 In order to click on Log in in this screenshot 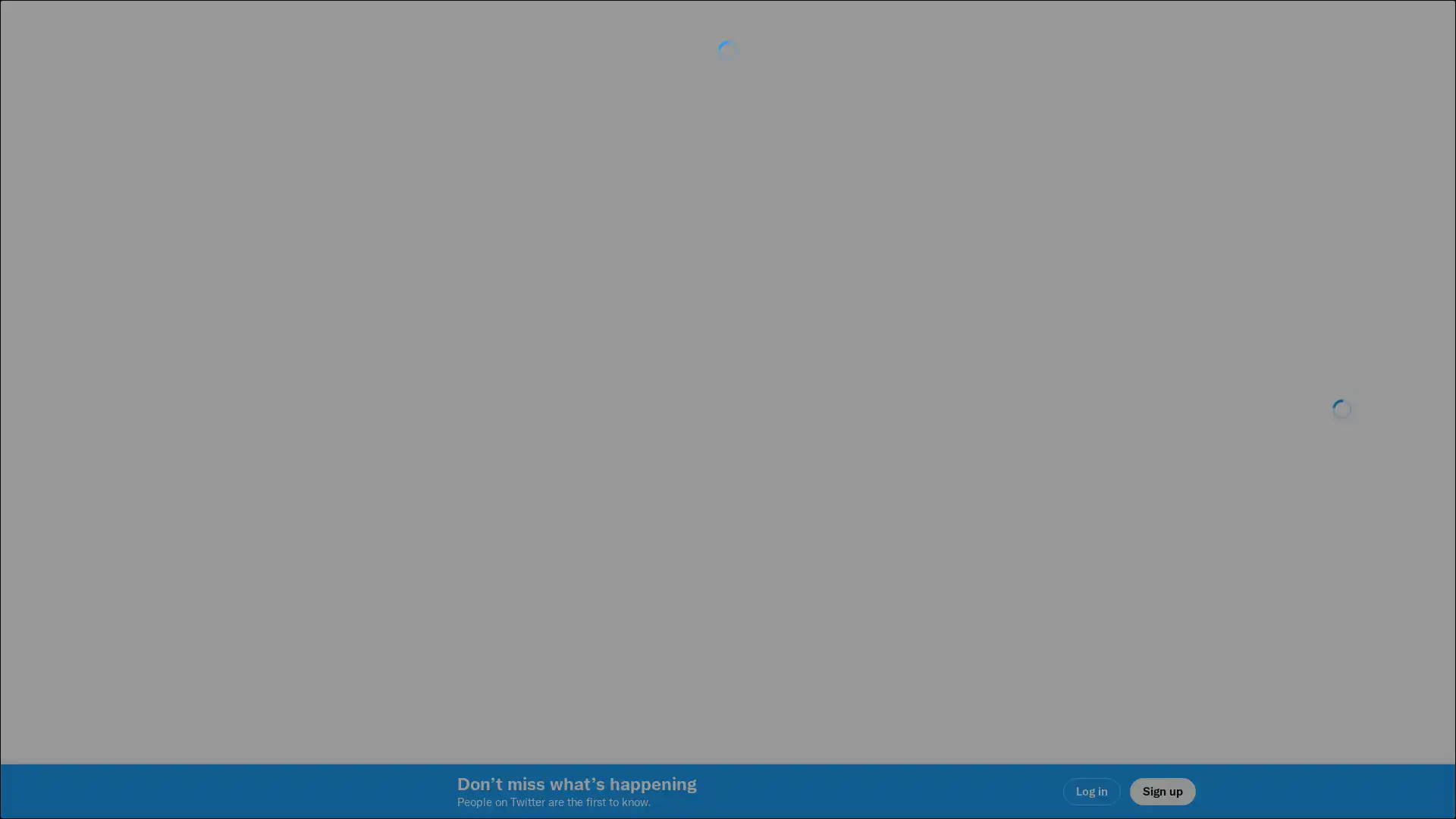, I will do `click(910, 516)`.